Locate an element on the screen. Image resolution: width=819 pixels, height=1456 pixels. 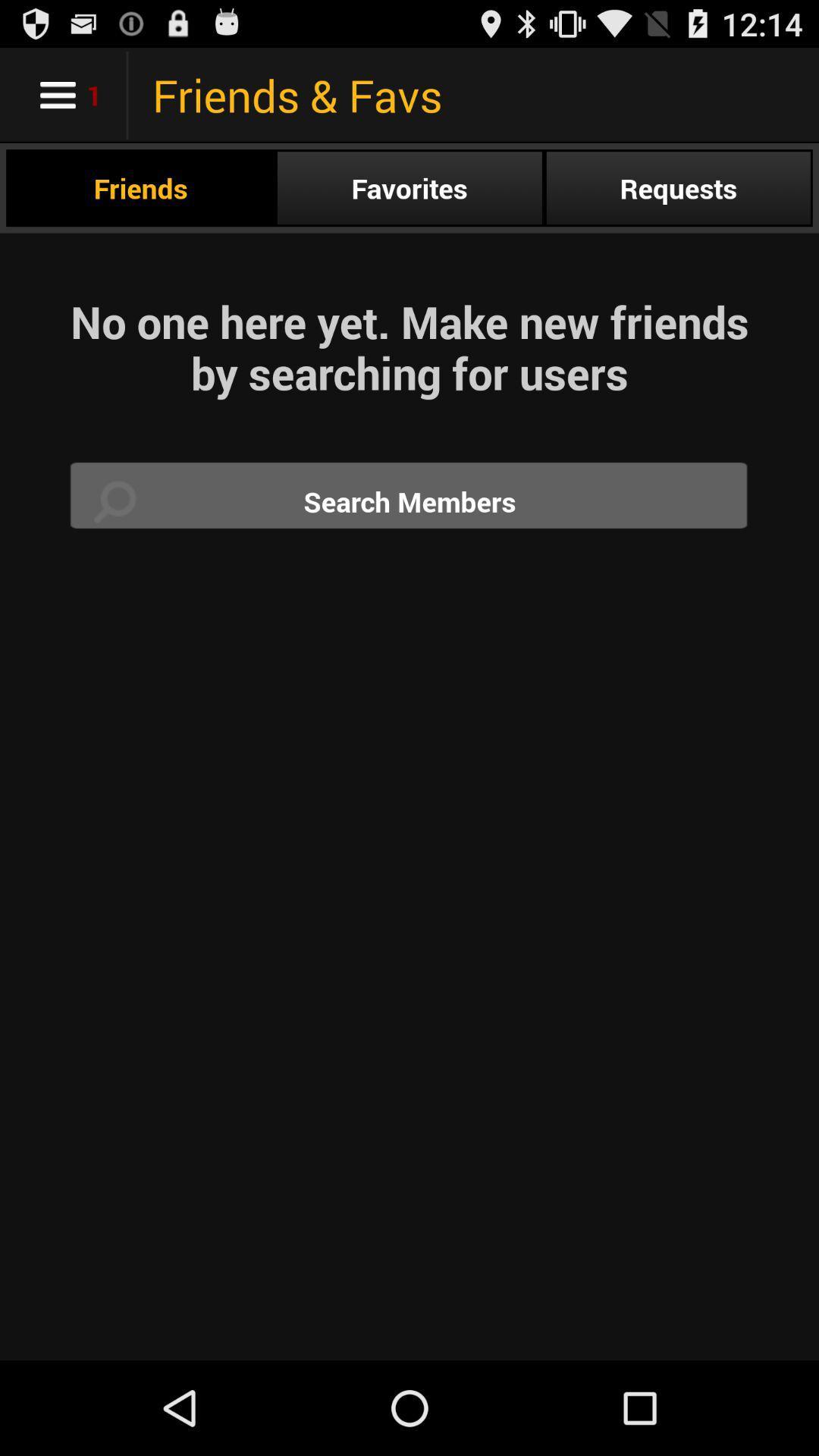
the favorites is located at coordinates (409, 187).